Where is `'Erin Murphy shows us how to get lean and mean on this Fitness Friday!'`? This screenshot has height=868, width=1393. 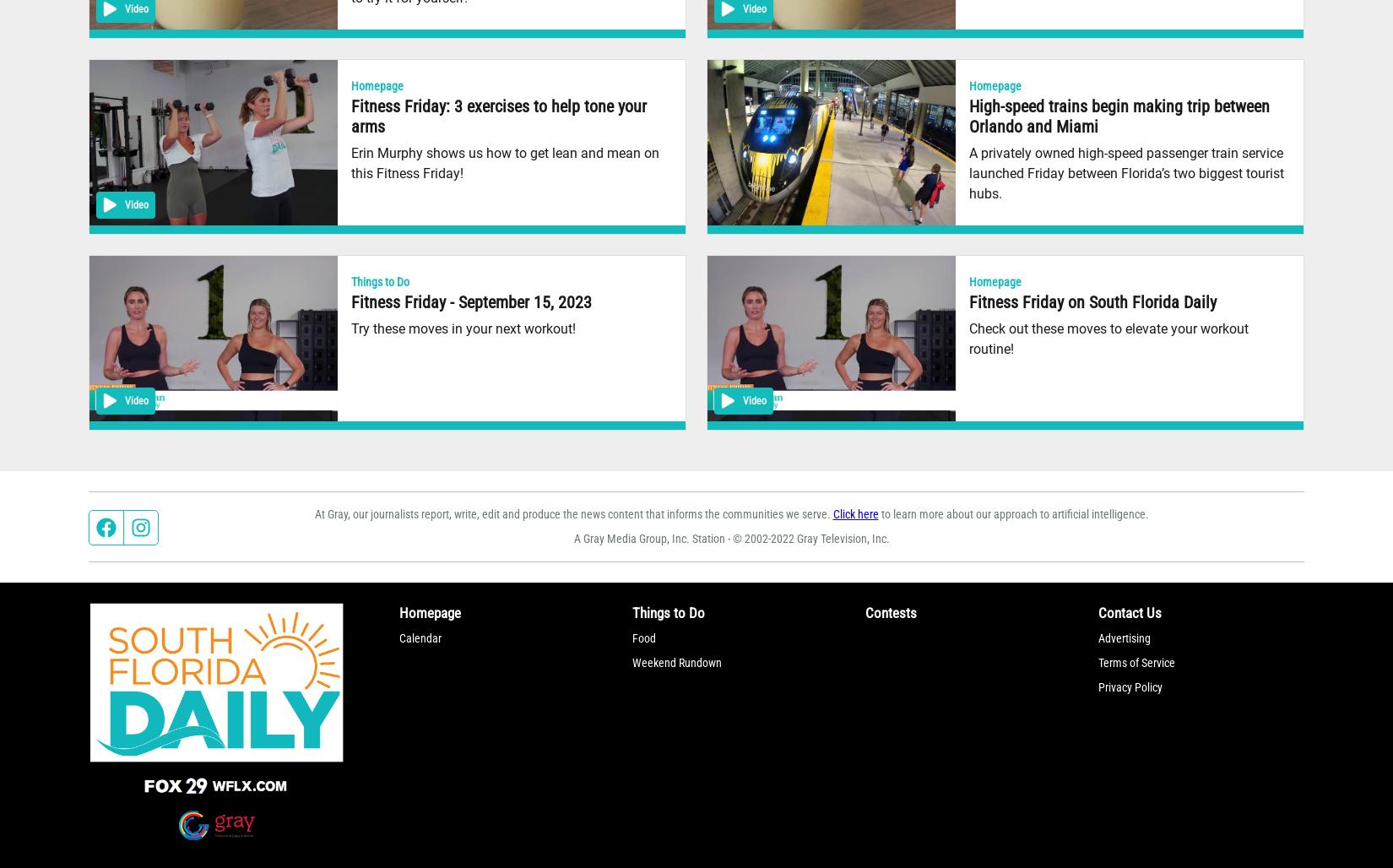
'Erin Murphy shows us how to get lean and mean on this Fitness Friday!' is located at coordinates (504, 162).